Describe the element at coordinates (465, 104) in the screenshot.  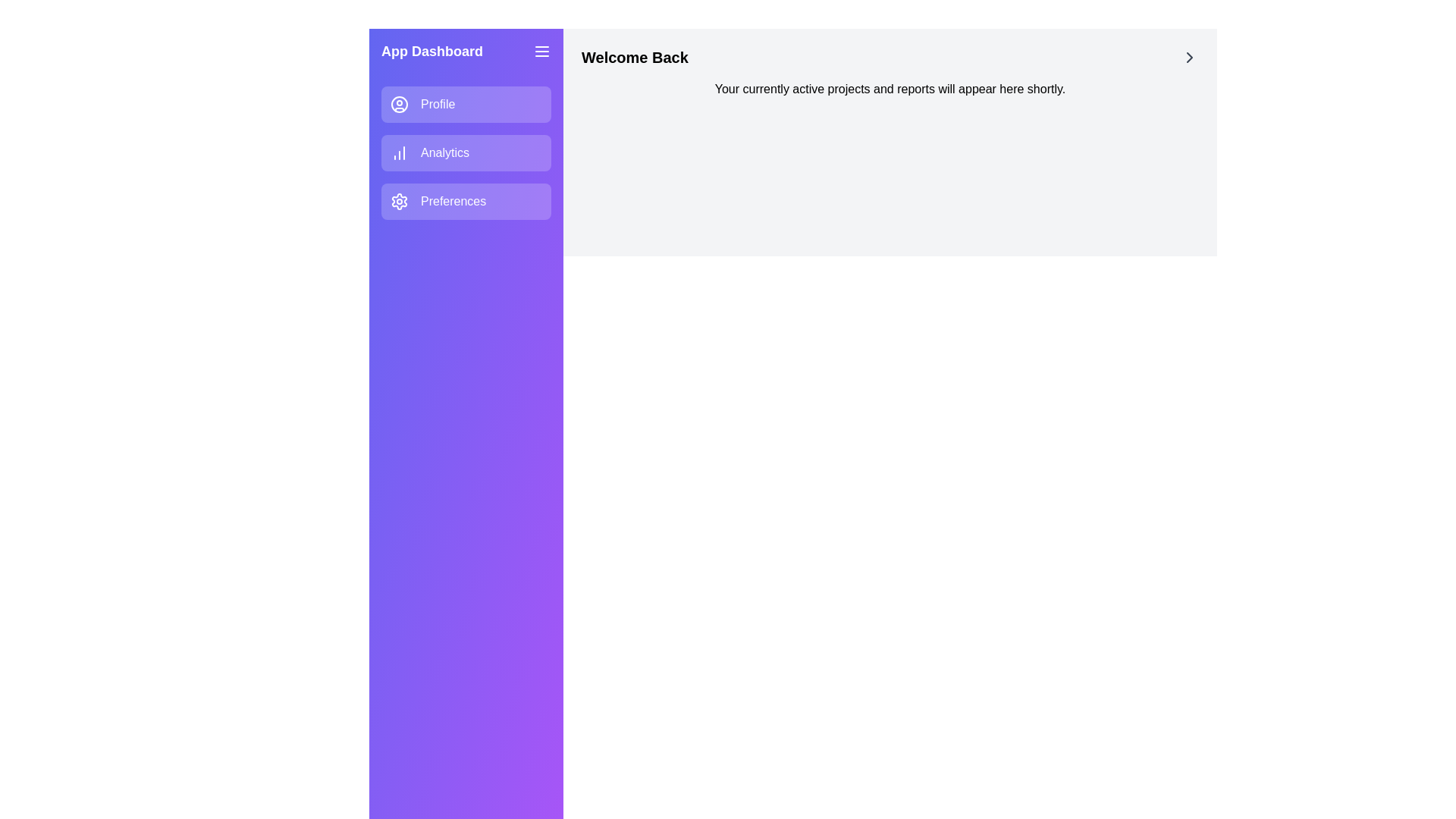
I see `the navigation item labeled Profile to navigate to its section` at that location.